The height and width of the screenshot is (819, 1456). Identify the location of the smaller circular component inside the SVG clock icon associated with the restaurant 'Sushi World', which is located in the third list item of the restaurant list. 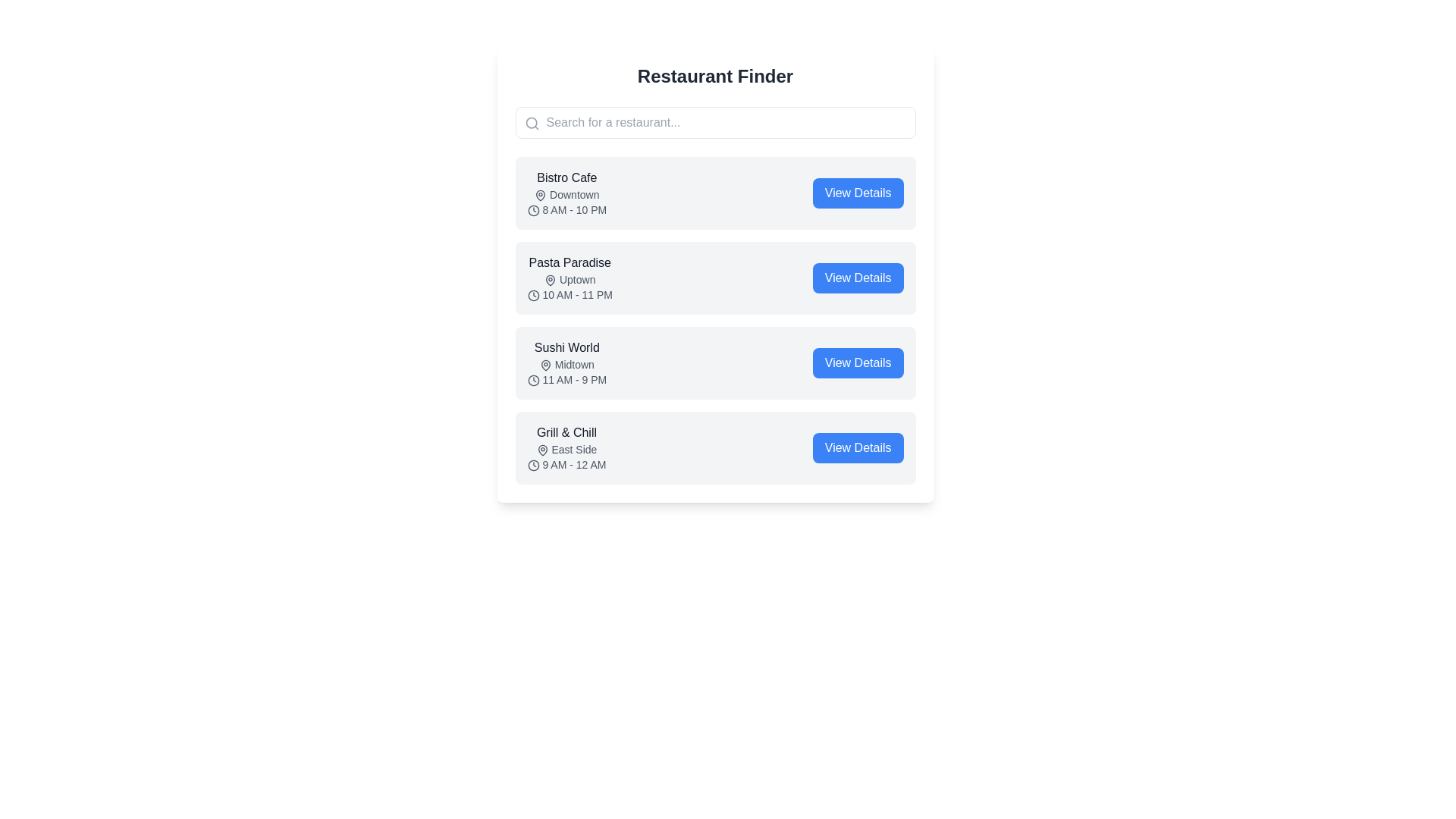
(533, 380).